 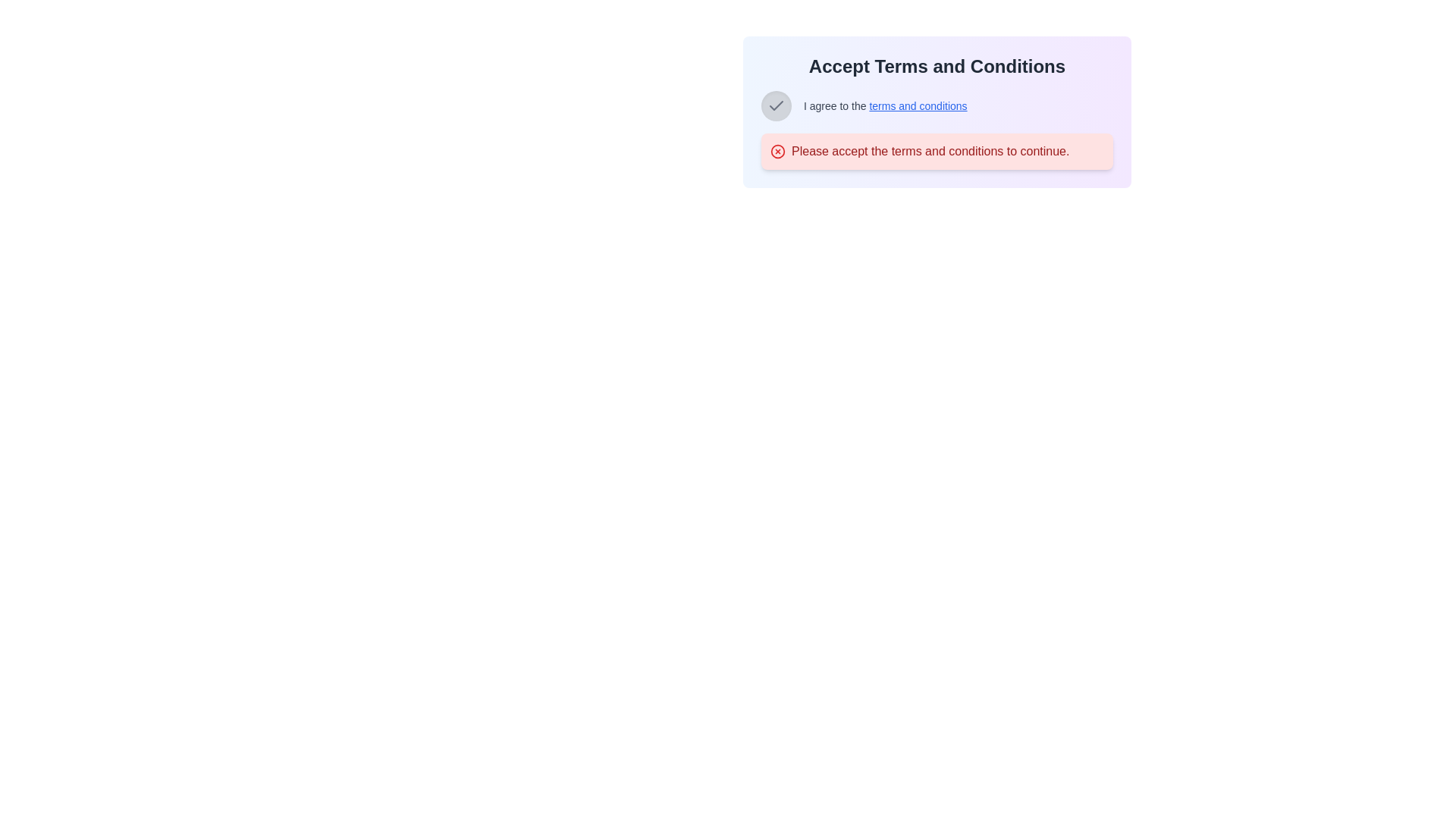 I want to click on the status of the checkmark icon within the checkbox located in the upper left area of the 'Accept Terms and Conditions' panel, so click(x=776, y=105).